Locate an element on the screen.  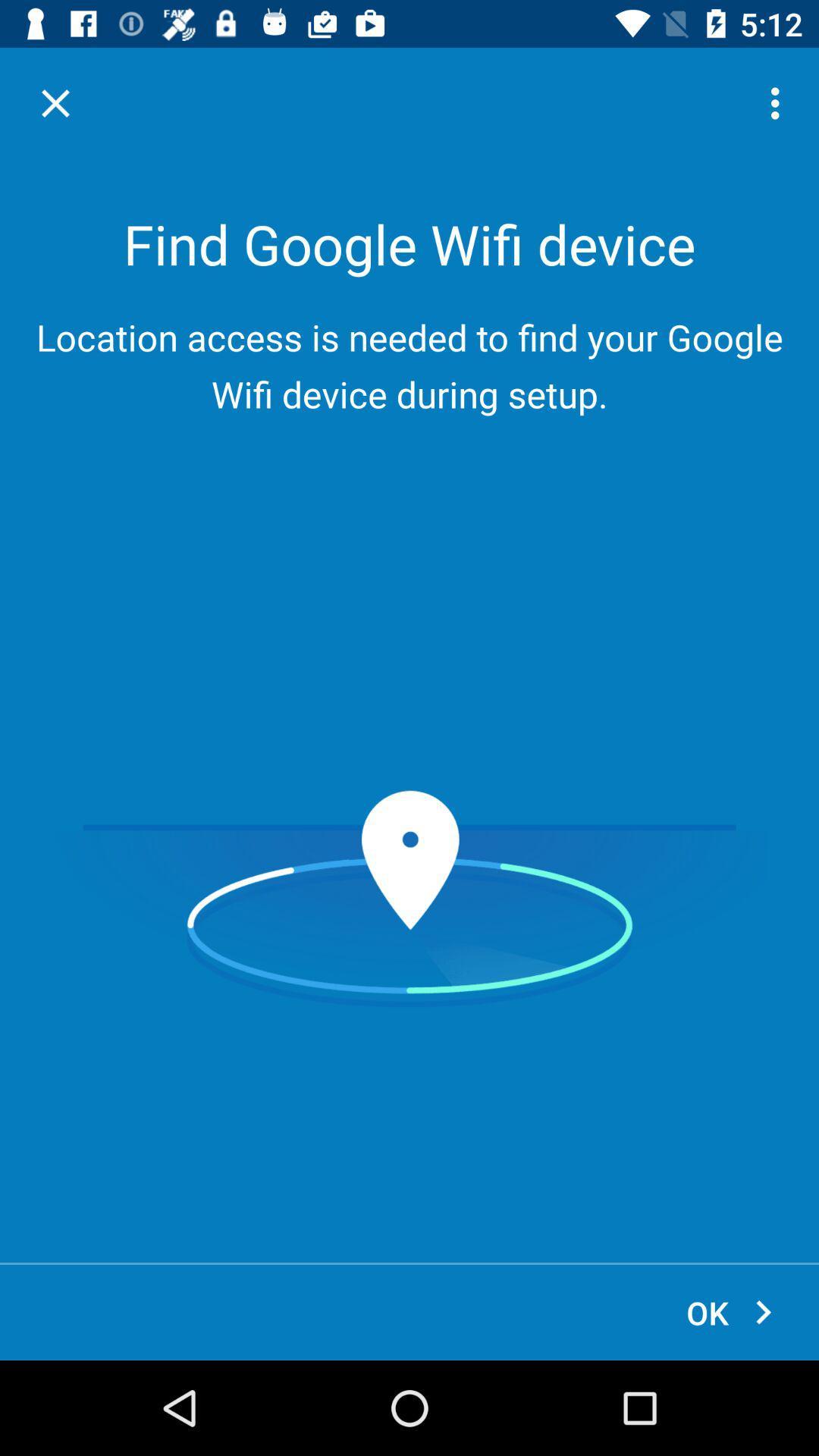
ok icon is located at coordinates (730, 1312).